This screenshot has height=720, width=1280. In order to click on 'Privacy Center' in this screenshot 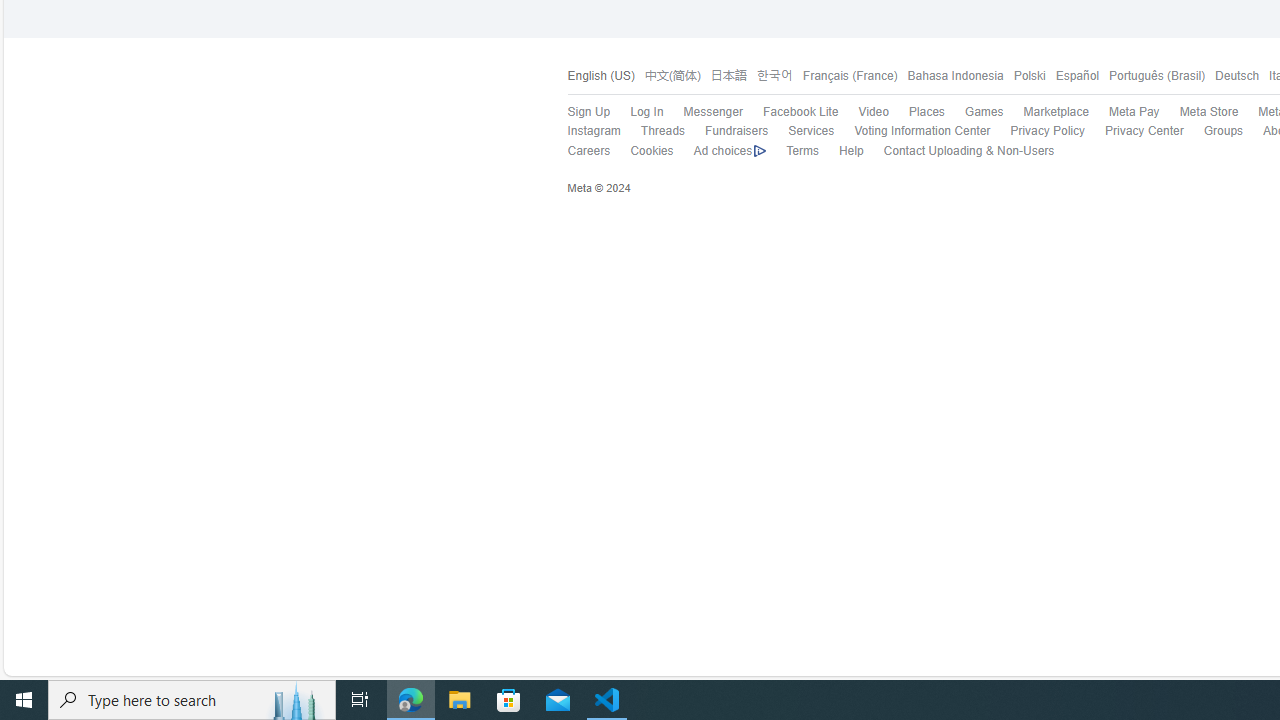, I will do `click(1144, 131)`.